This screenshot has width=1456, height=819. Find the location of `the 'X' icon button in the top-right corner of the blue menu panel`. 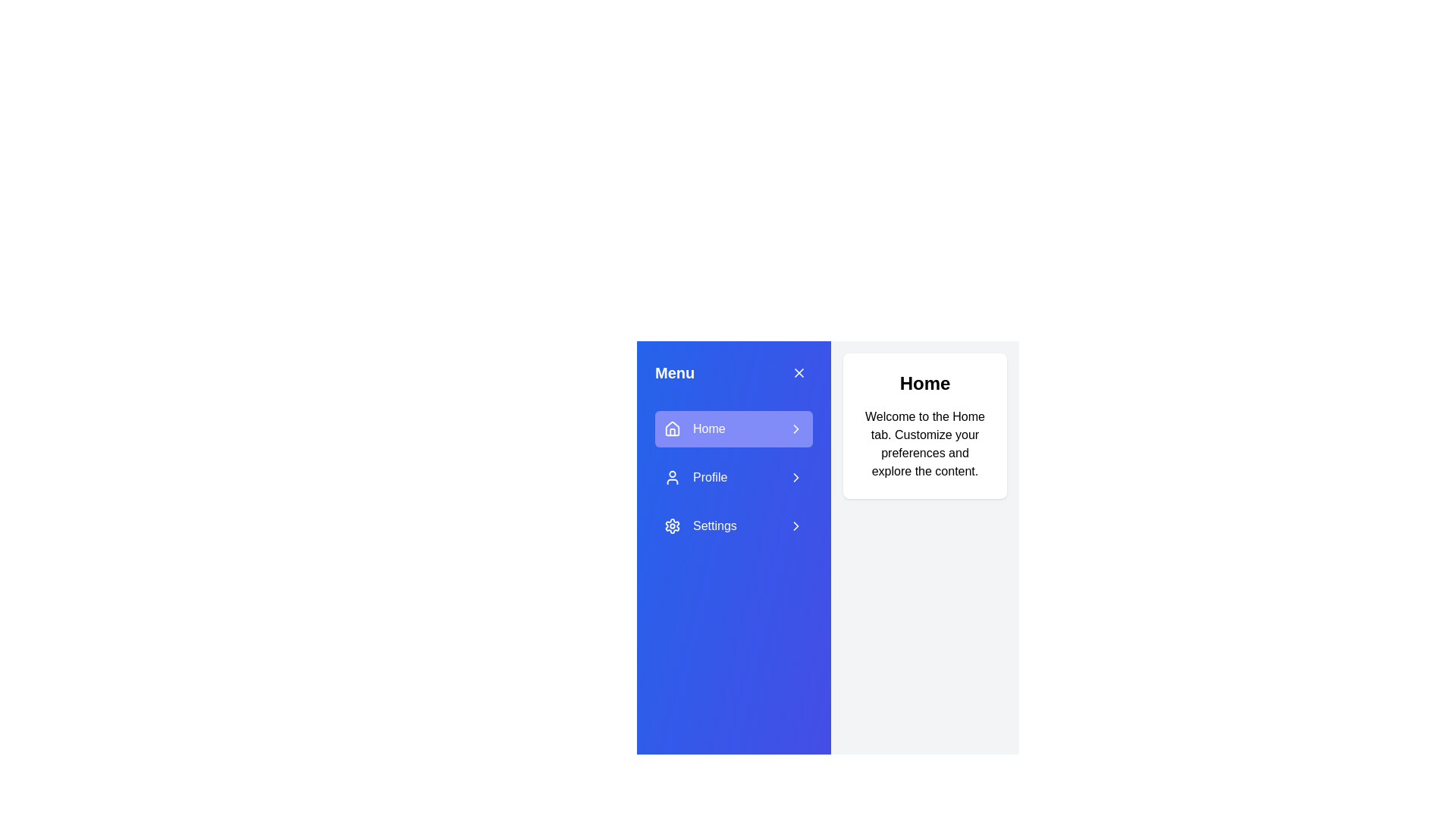

the 'X' icon button in the top-right corner of the blue menu panel is located at coordinates (799, 373).